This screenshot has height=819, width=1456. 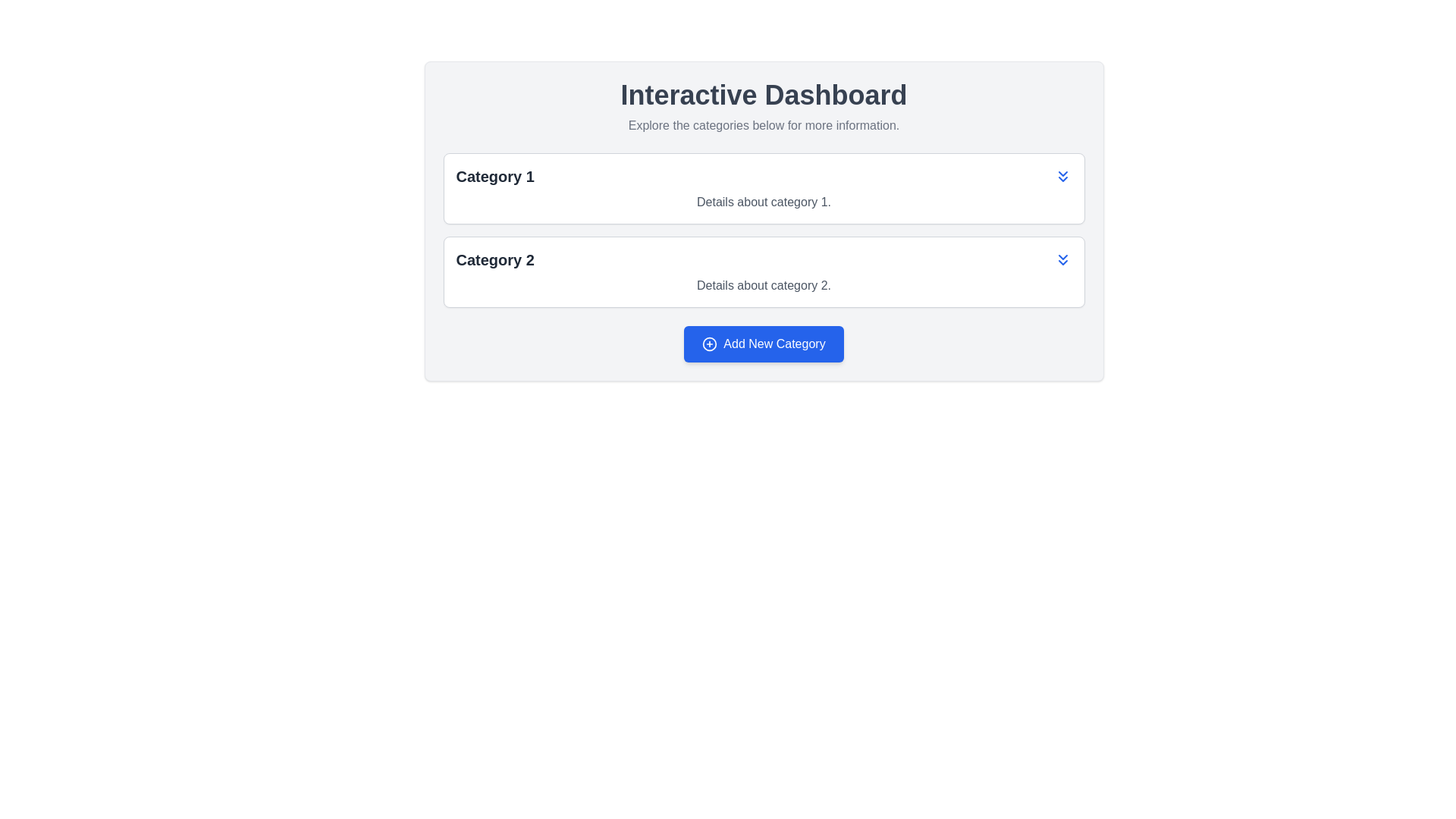 What do you see at coordinates (764, 221) in the screenshot?
I see `the interactive components within the central panel that displays categories and an action button for adding new content` at bounding box center [764, 221].